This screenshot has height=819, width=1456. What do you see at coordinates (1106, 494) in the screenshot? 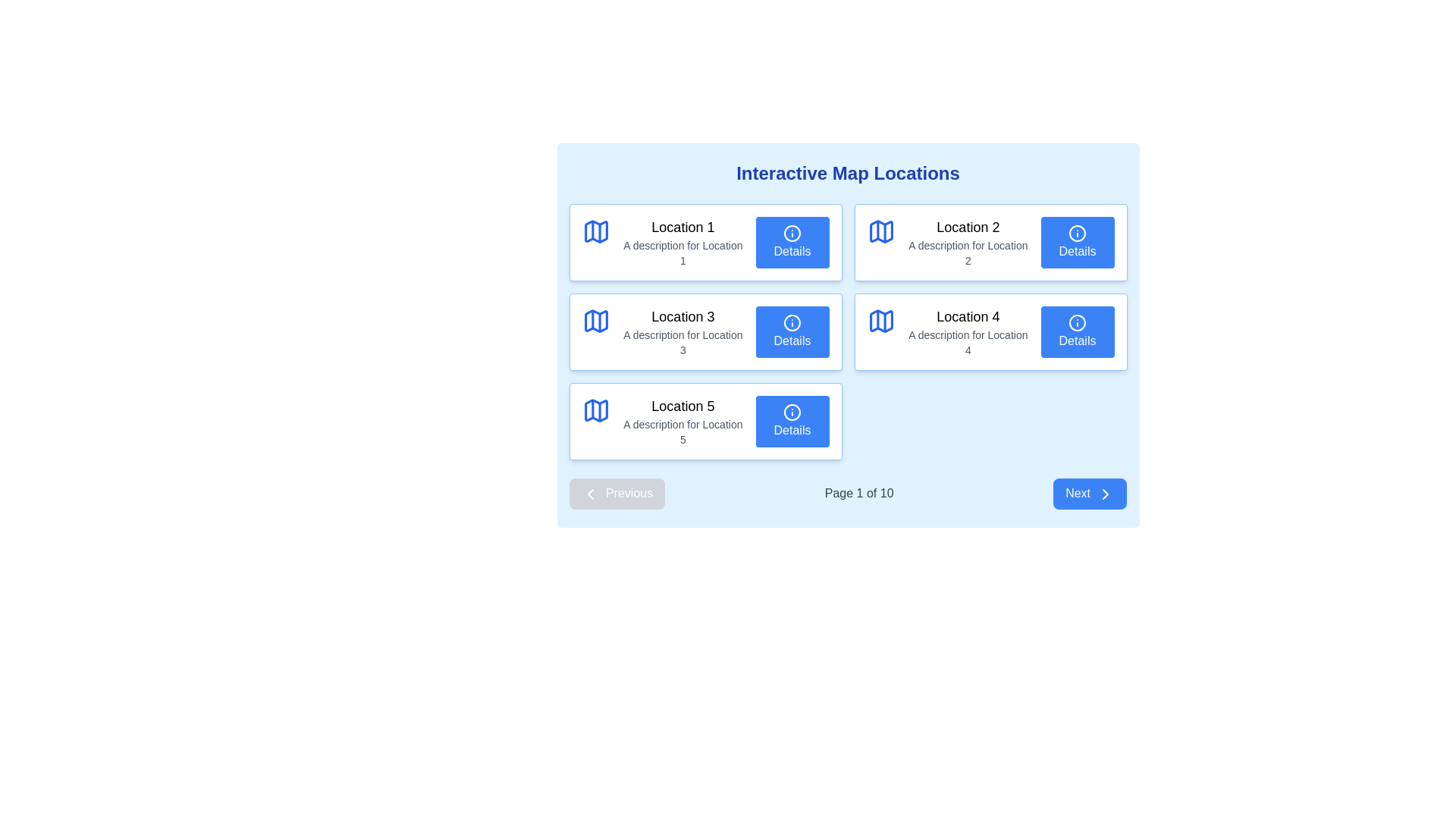
I see `the 'Next' button located in the bottom right corner of the interface, which contains the forward navigation icon to proceed to the next page or section` at bounding box center [1106, 494].